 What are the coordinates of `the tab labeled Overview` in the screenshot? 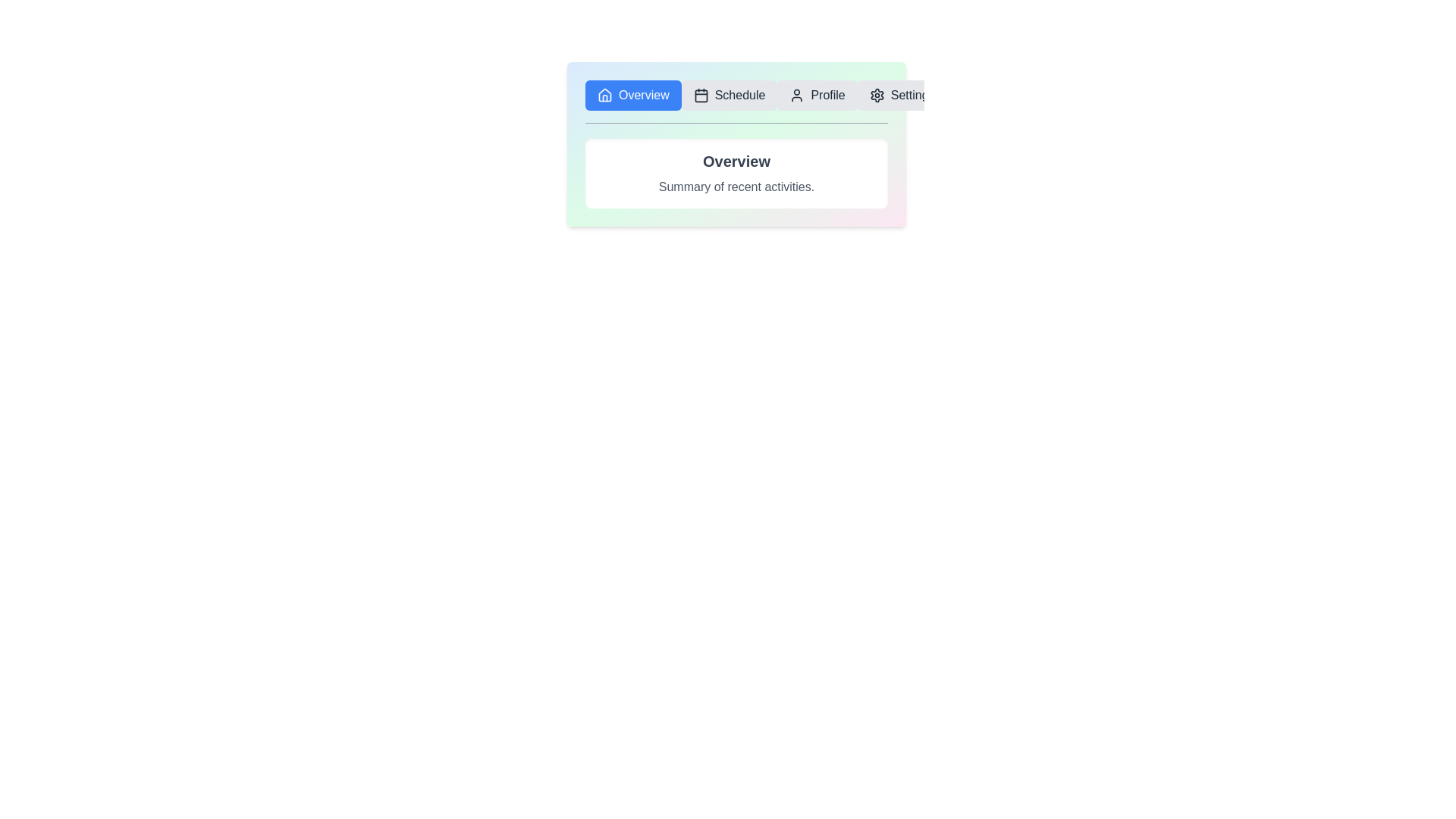 It's located at (633, 96).